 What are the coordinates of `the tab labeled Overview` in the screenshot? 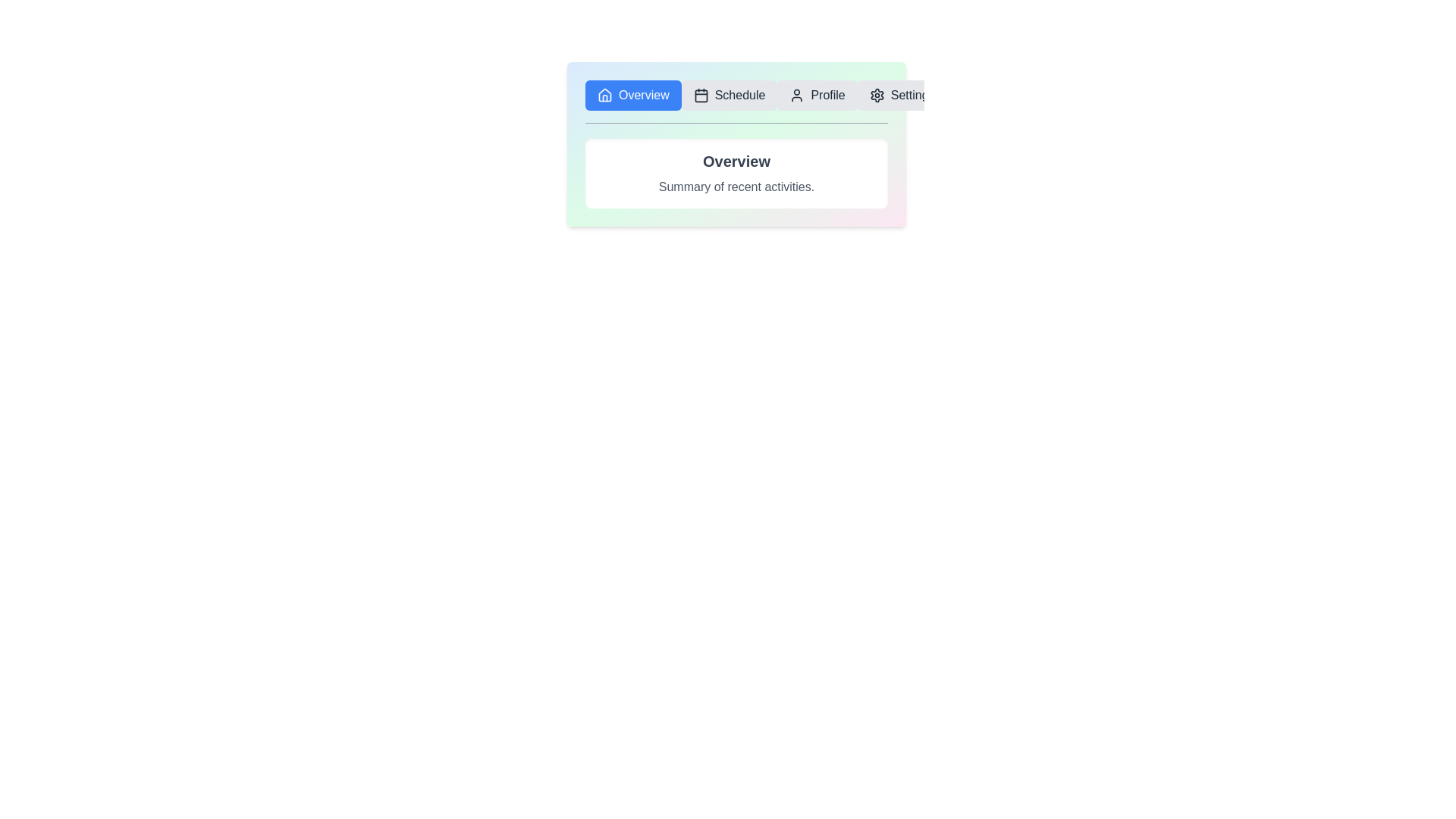 It's located at (633, 96).